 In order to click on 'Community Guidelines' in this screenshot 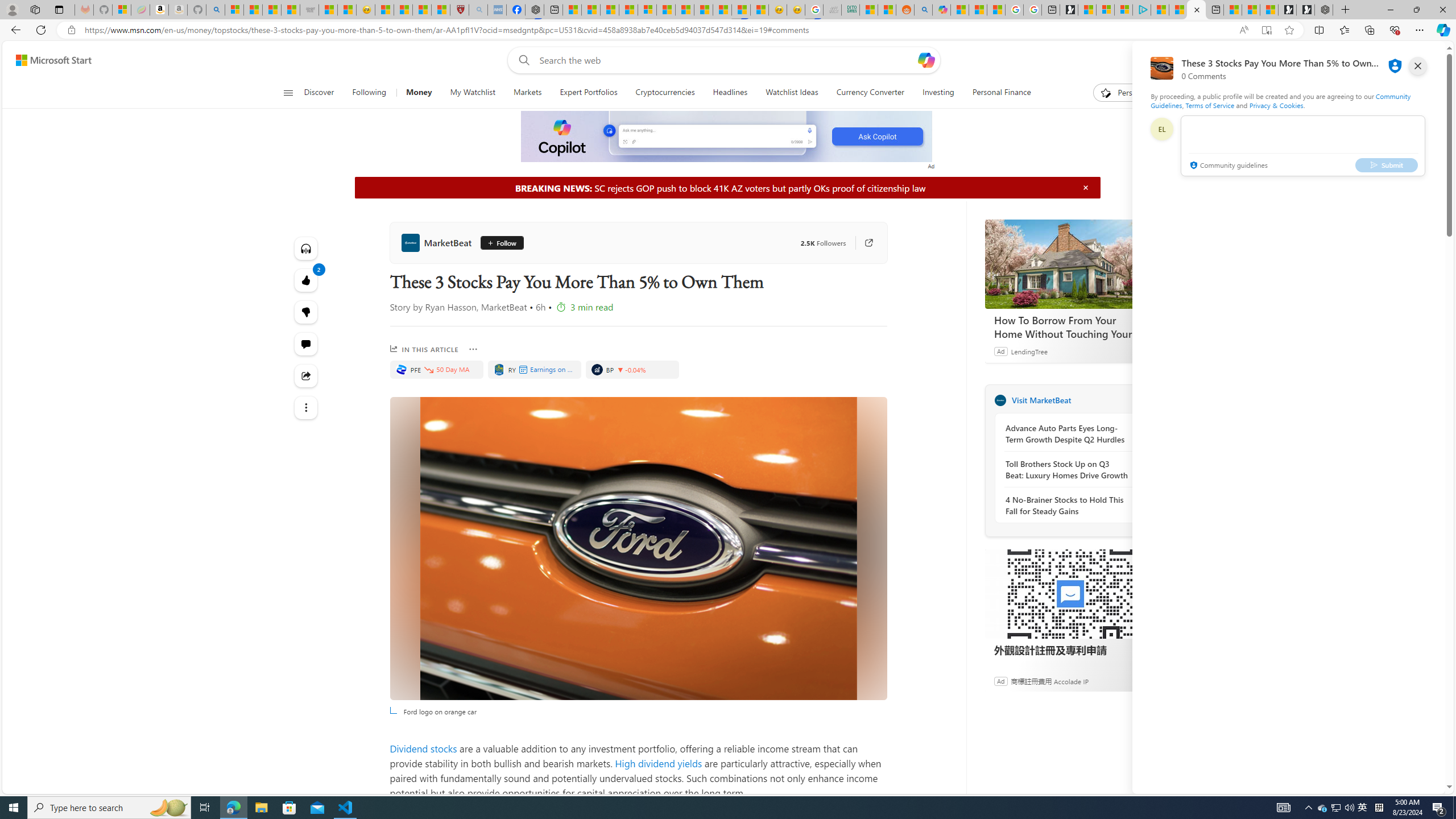, I will do `click(1280, 100)`.